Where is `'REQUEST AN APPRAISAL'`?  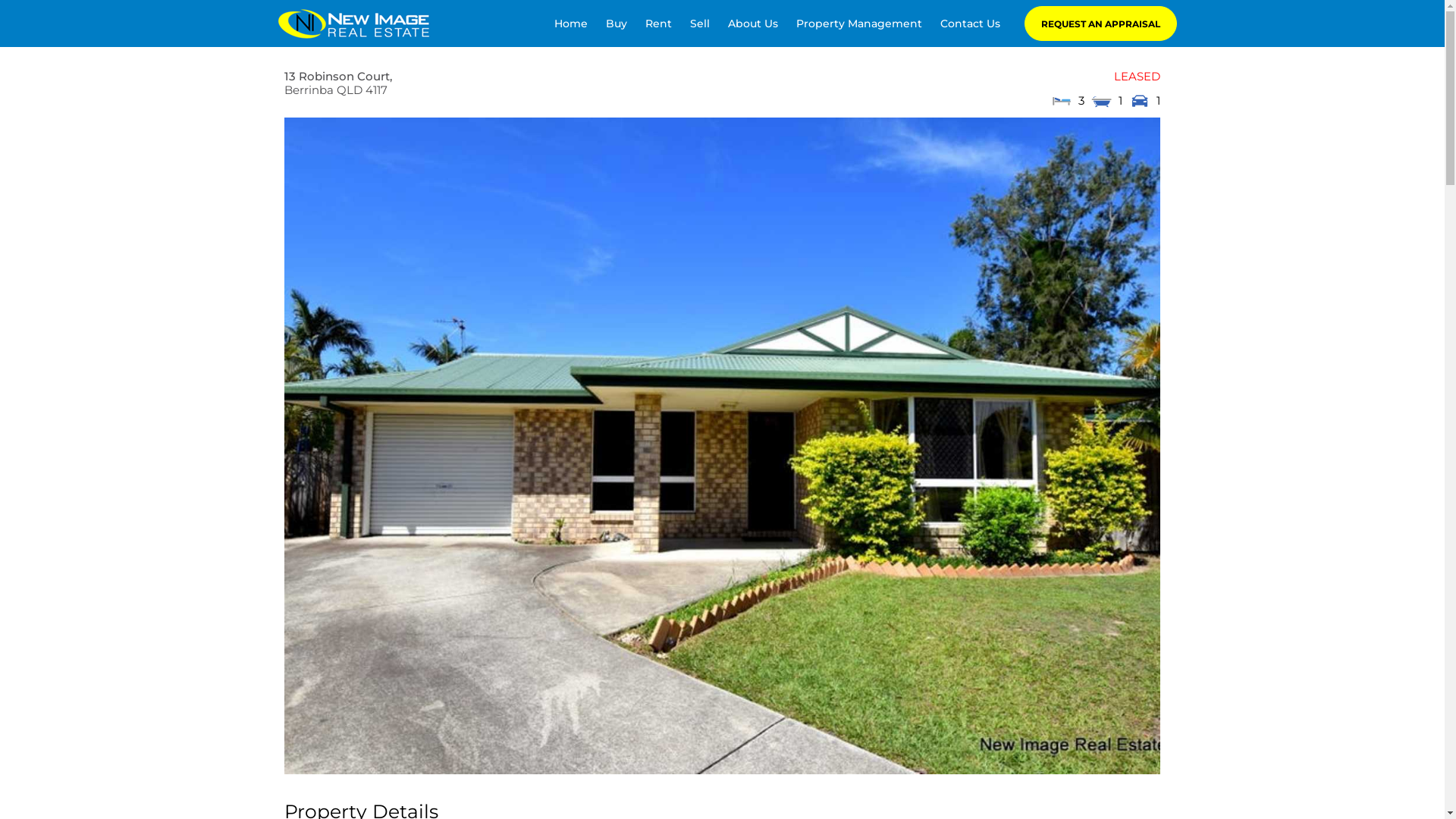
'REQUEST AN APPRAISAL' is located at coordinates (1100, 24).